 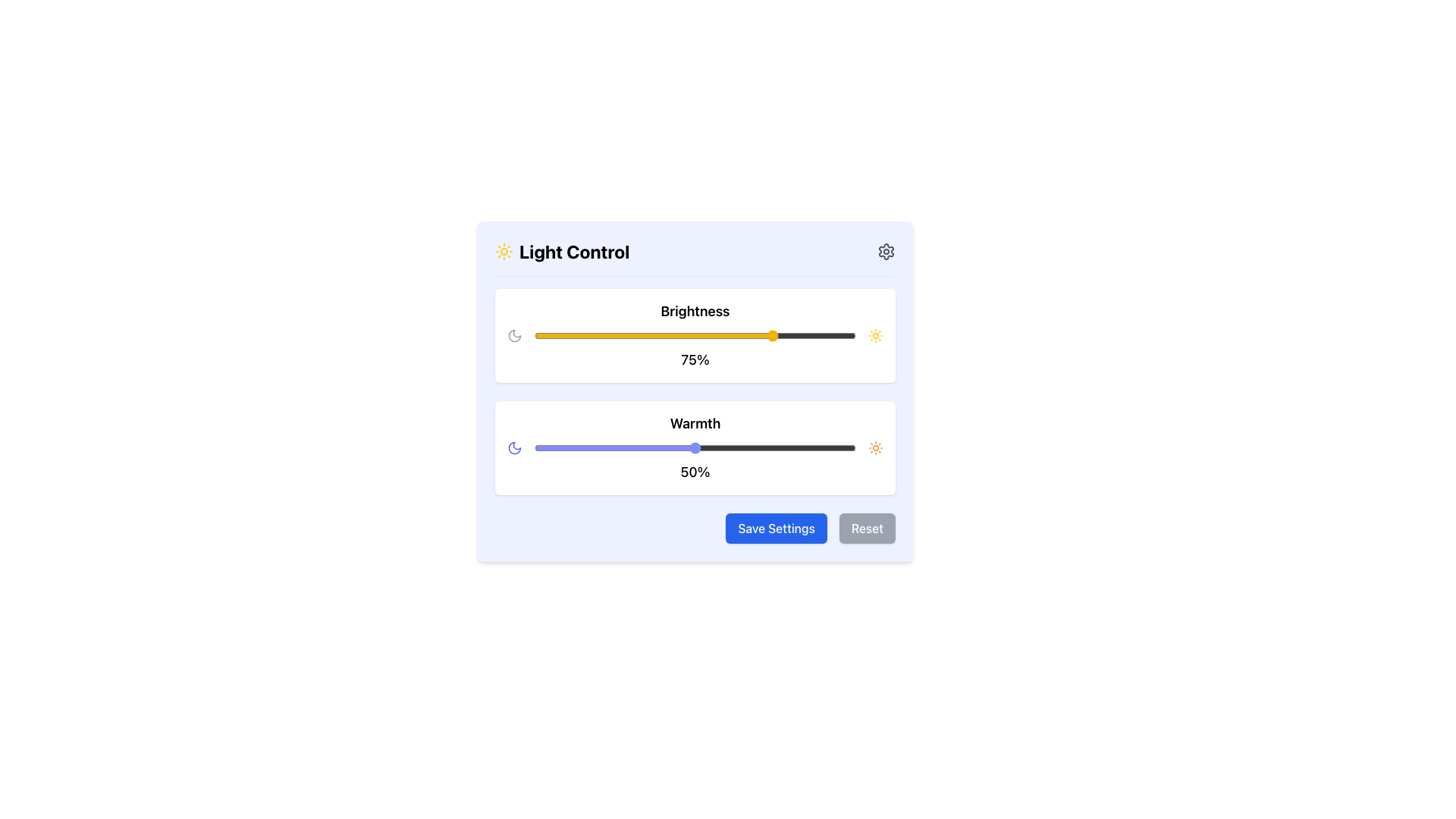 What do you see at coordinates (691, 335) in the screenshot?
I see `brightness` at bounding box center [691, 335].